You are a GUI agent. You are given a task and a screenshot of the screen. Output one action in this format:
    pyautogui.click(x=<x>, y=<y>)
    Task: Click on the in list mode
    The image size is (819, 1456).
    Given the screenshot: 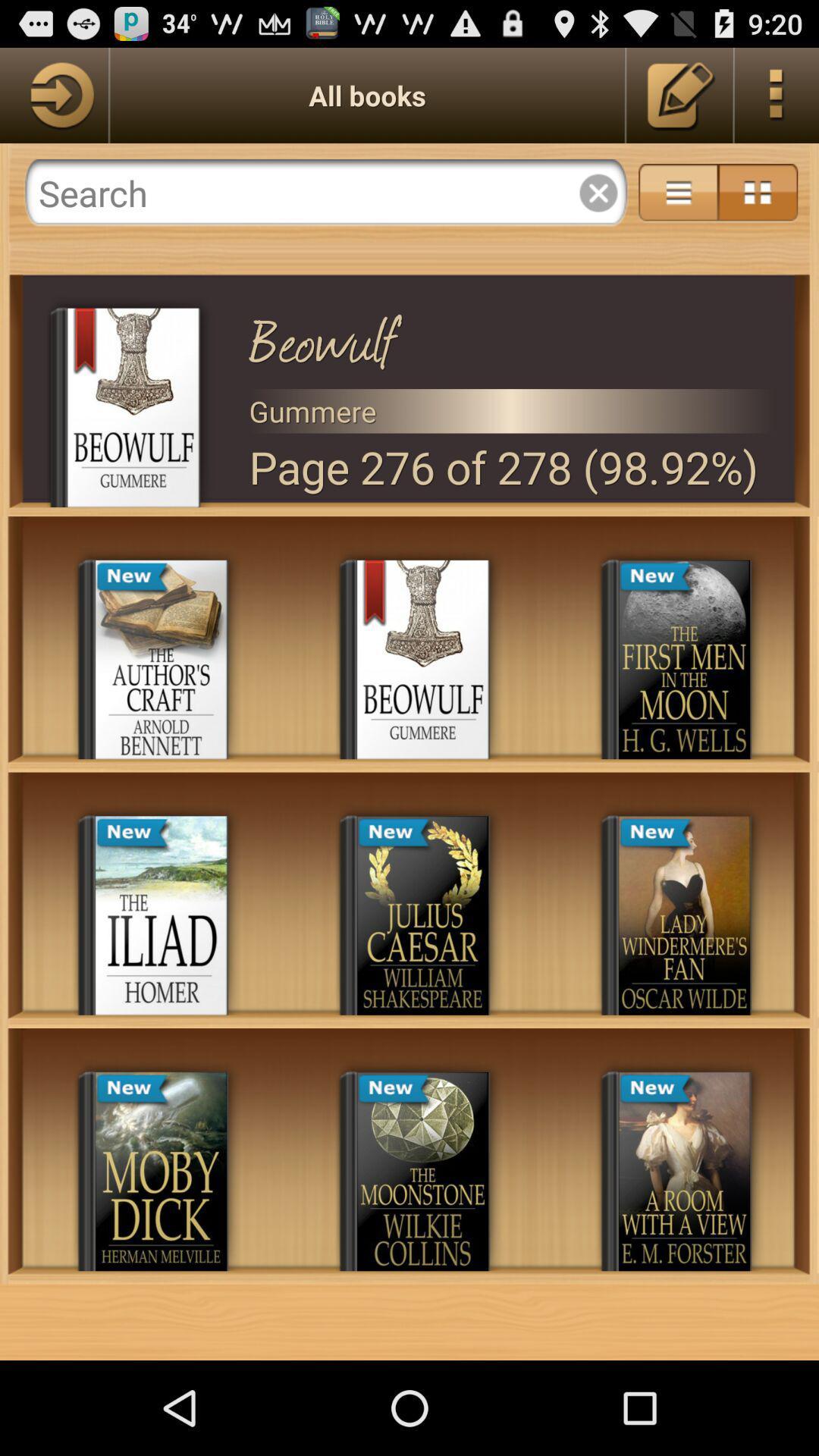 What is the action you would take?
    pyautogui.click(x=677, y=192)
    